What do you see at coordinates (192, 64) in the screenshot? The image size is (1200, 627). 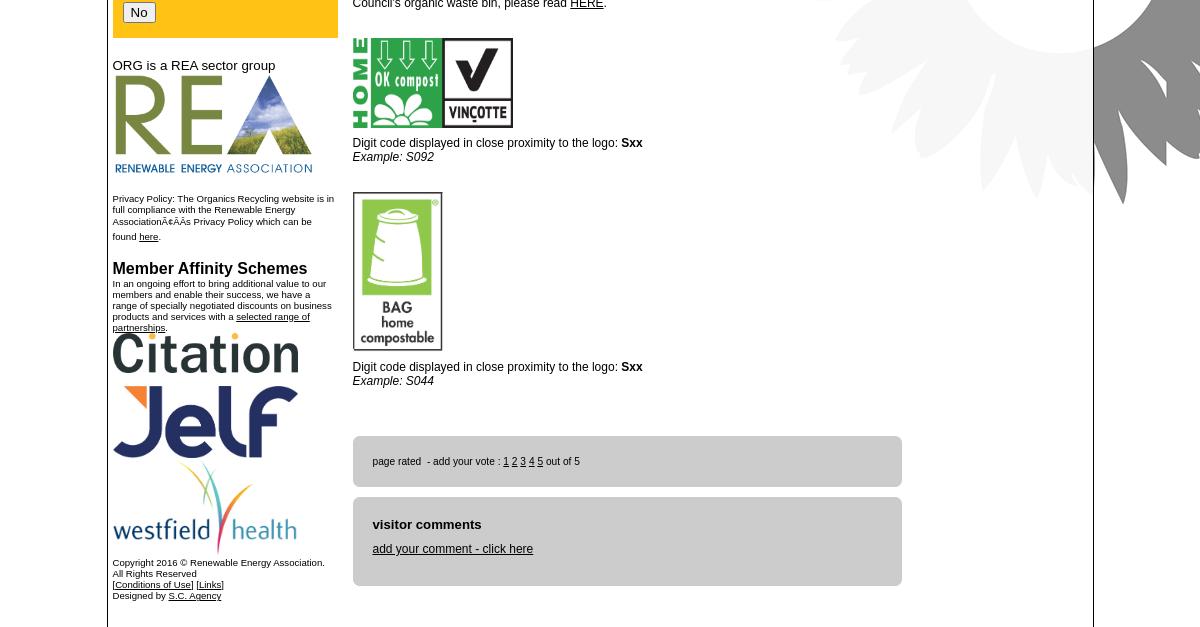 I see `'ORG is a REA sector group'` at bounding box center [192, 64].